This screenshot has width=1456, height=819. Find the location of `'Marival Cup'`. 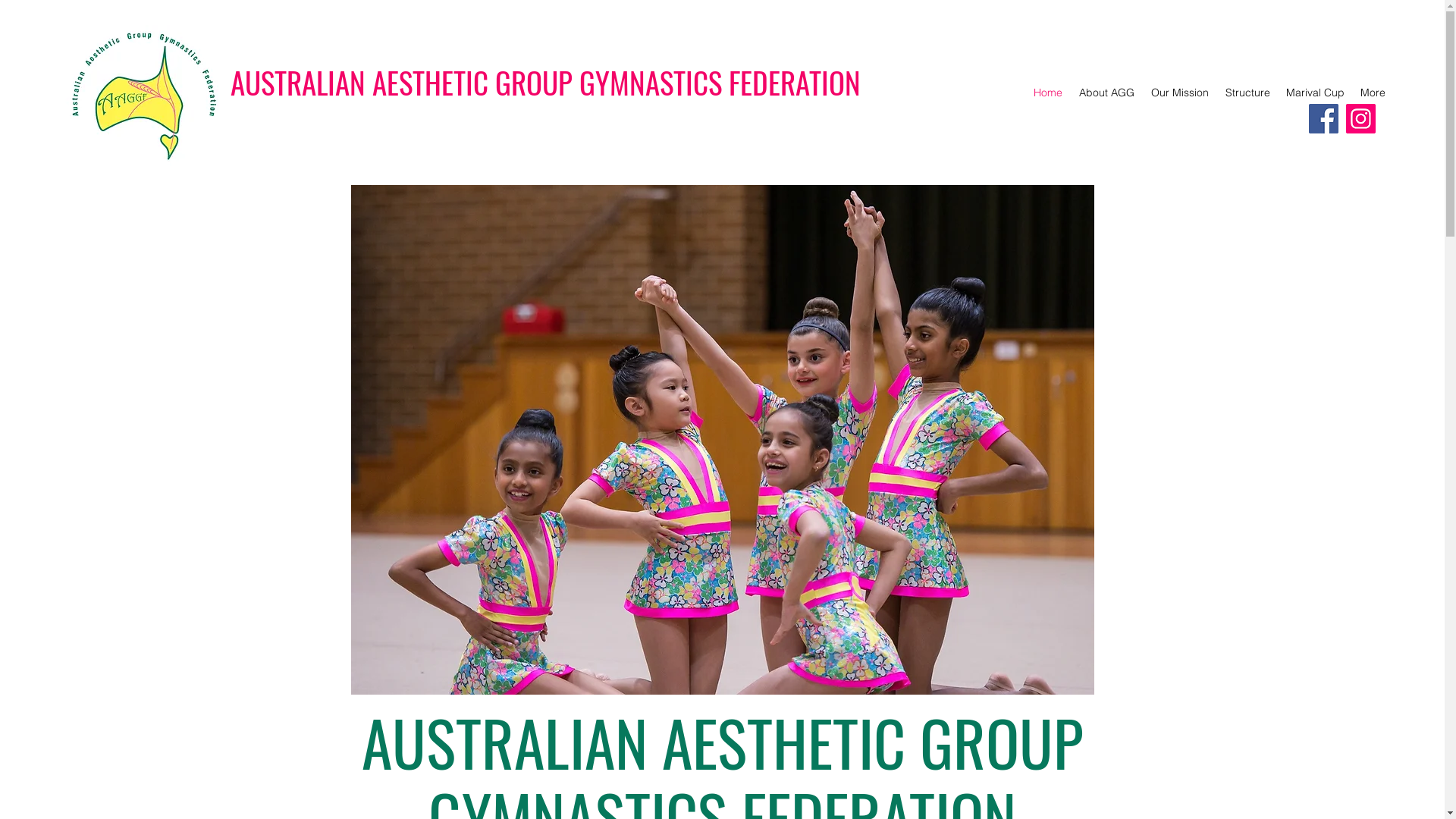

'Marival Cup' is located at coordinates (1276, 93).